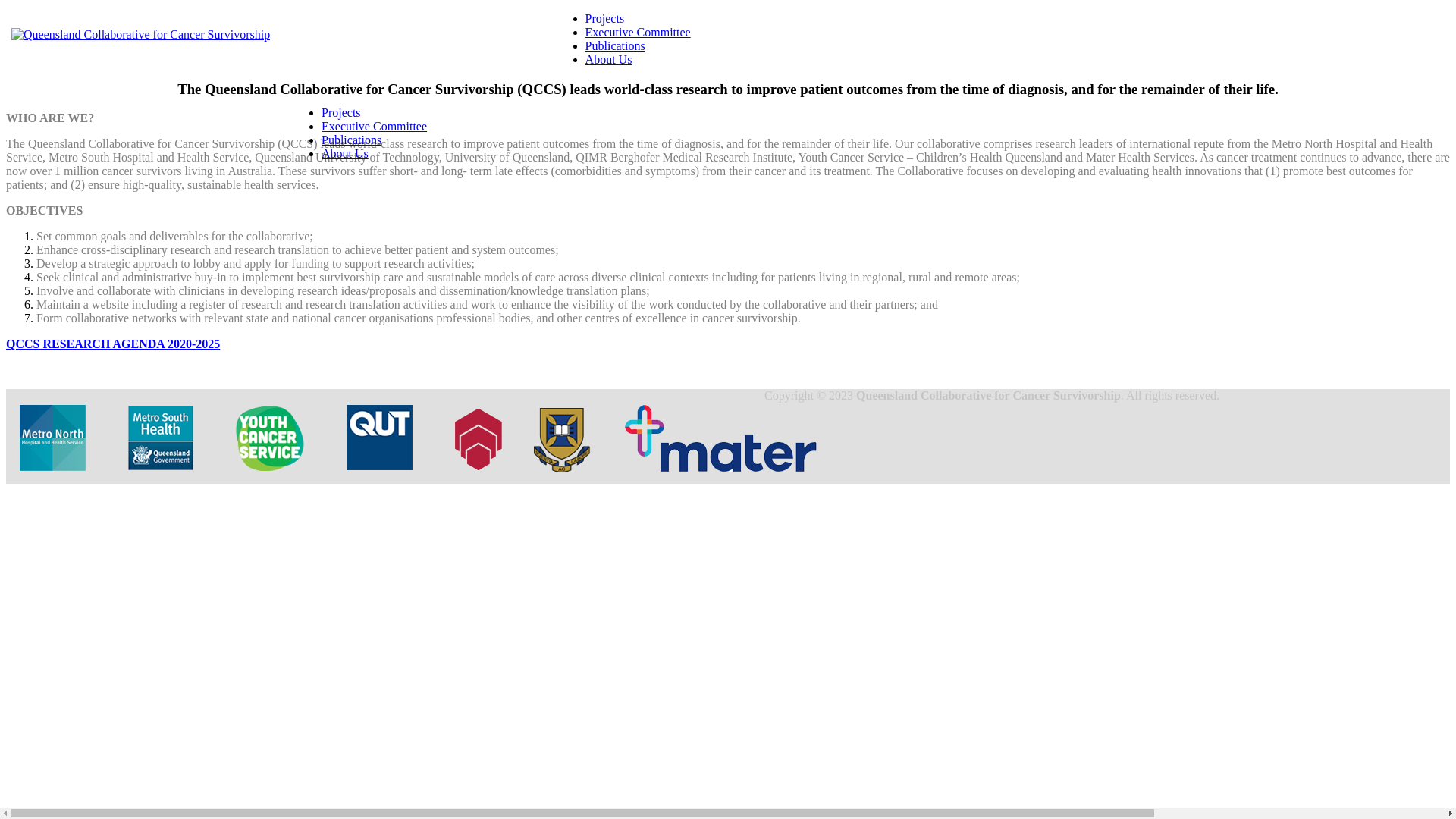  I want to click on 'QCCS RESEARCH AGENDA 2020-2025', so click(111, 344).